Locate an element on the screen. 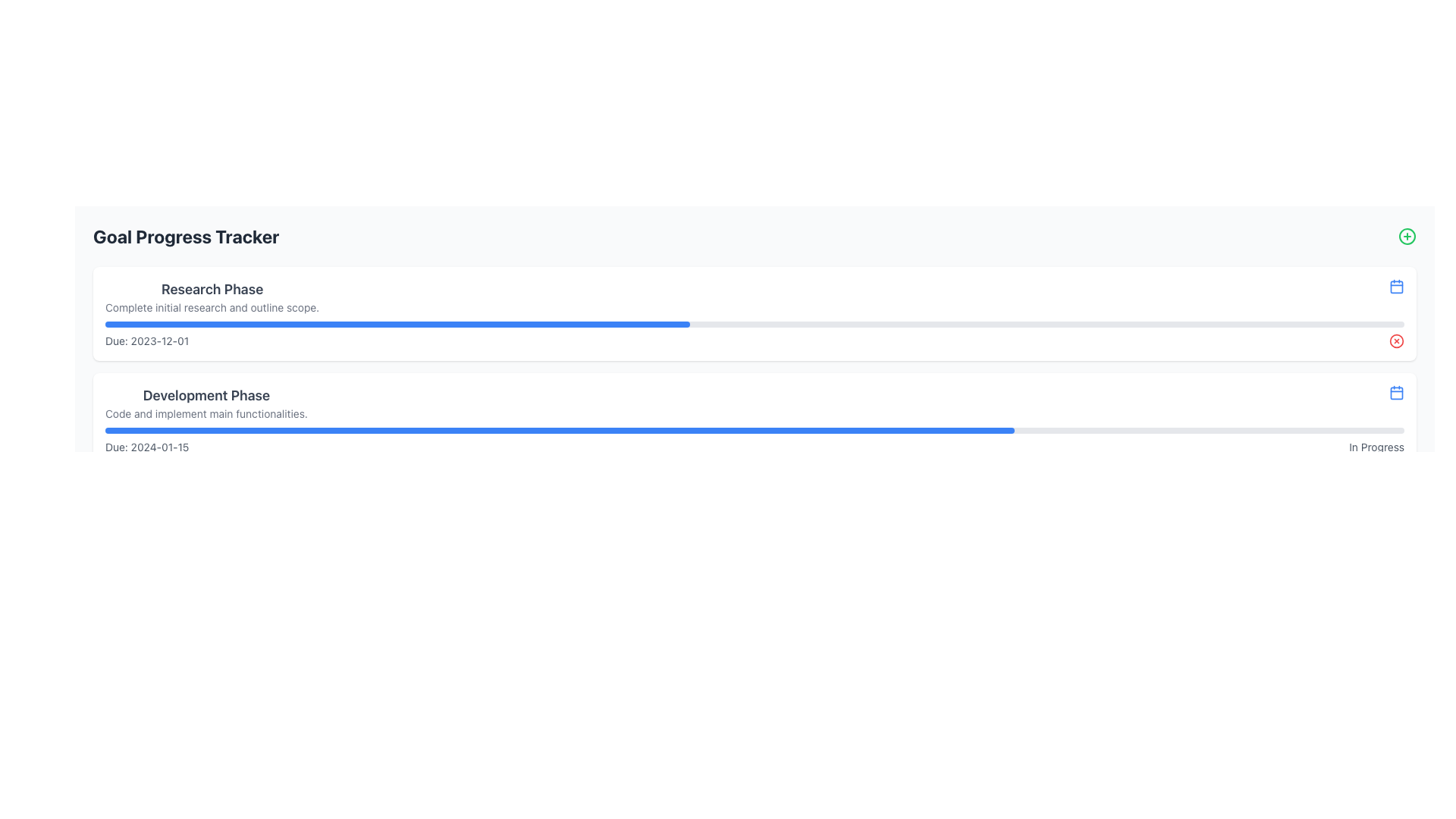  the icon located at the top-right corner of the 'Goal Progress Tracker' section is located at coordinates (1407, 237).